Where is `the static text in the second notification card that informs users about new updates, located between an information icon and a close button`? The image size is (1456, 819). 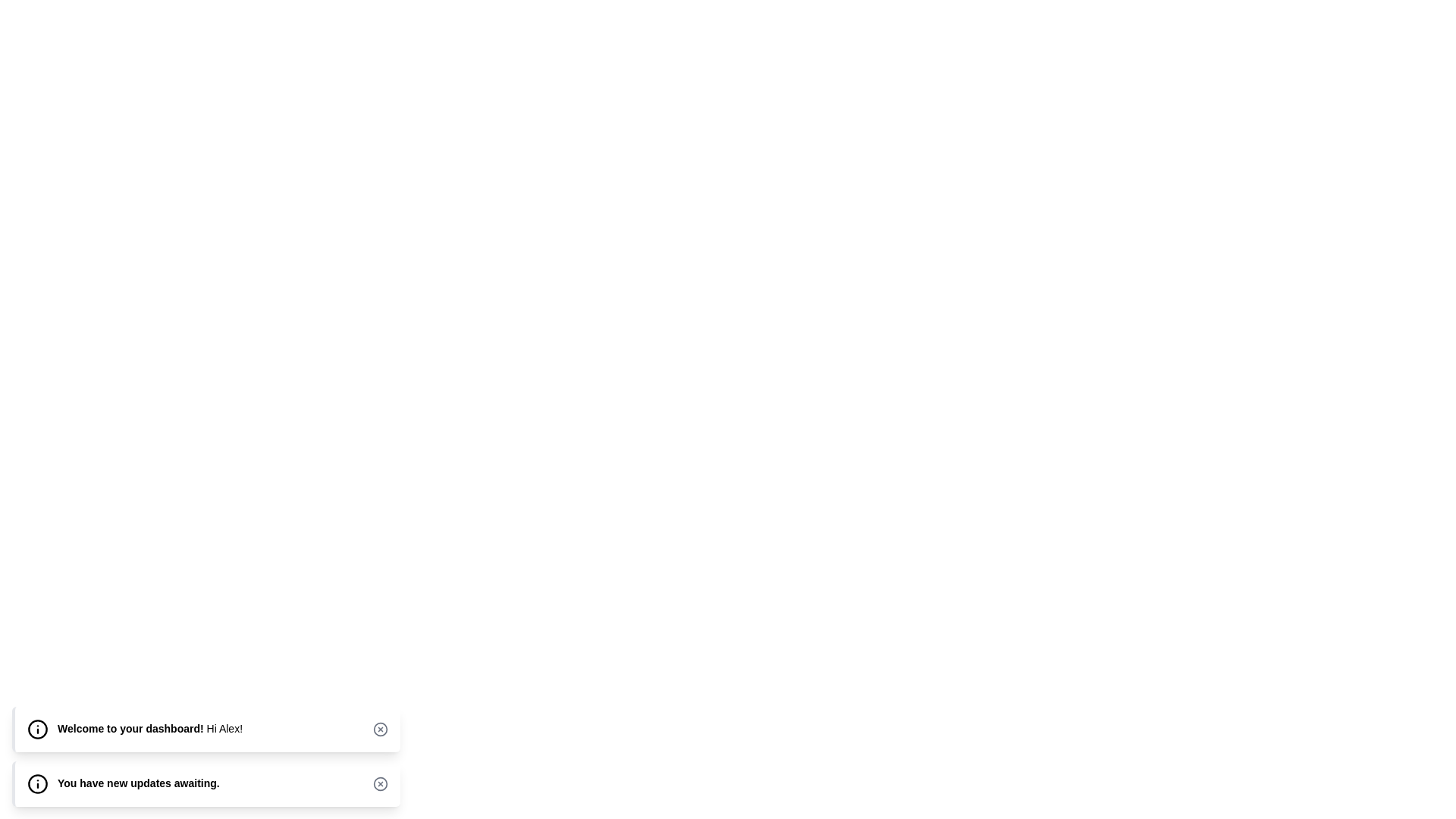 the static text in the second notification card that informs users about new updates, located between an information icon and a close button is located at coordinates (138, 783).